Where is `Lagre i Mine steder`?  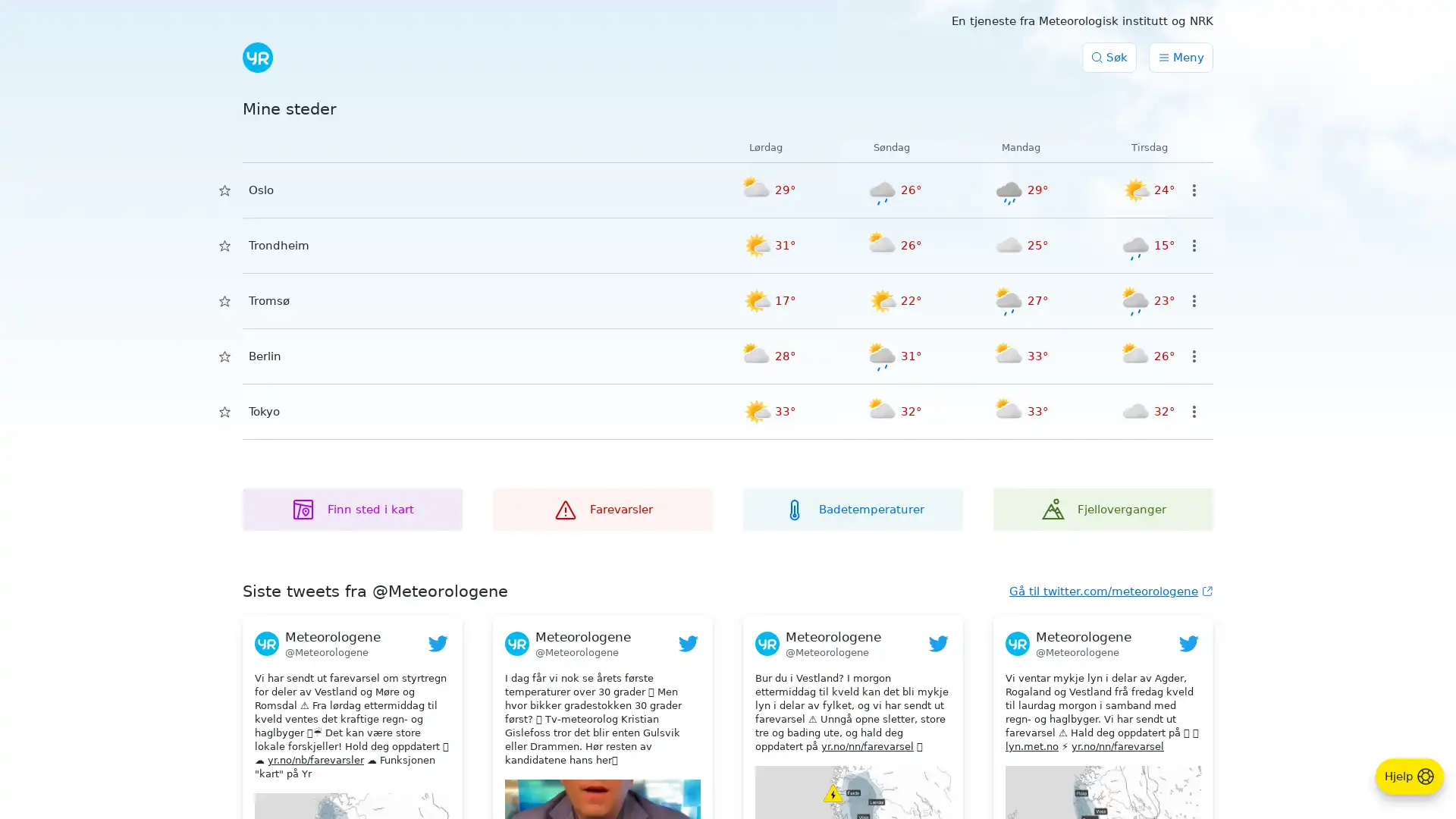
Lagre i Mine steder is located at coordinates (224, 245).